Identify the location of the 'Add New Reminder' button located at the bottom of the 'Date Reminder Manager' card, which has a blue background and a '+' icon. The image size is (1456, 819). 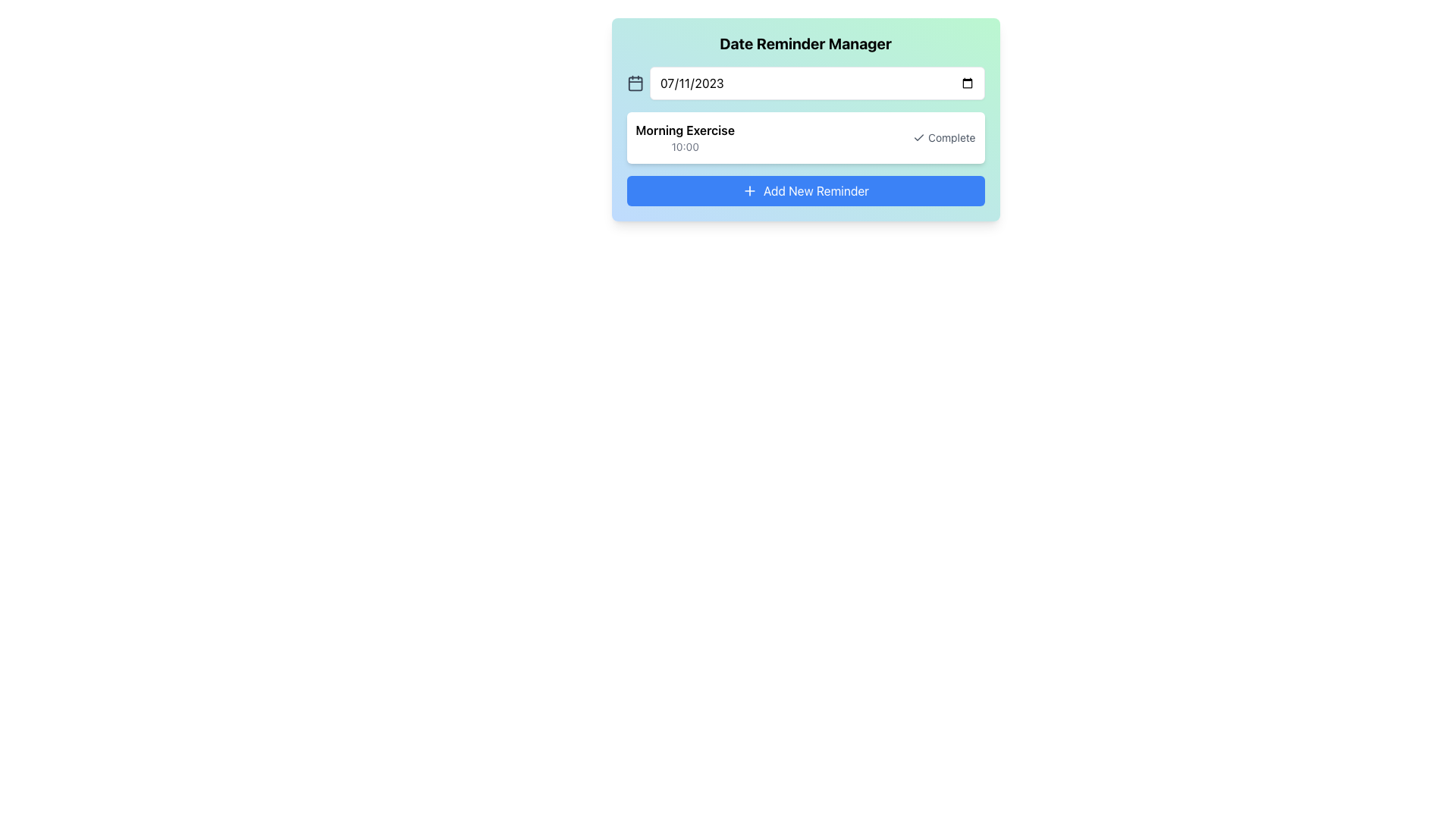
(805, 190).